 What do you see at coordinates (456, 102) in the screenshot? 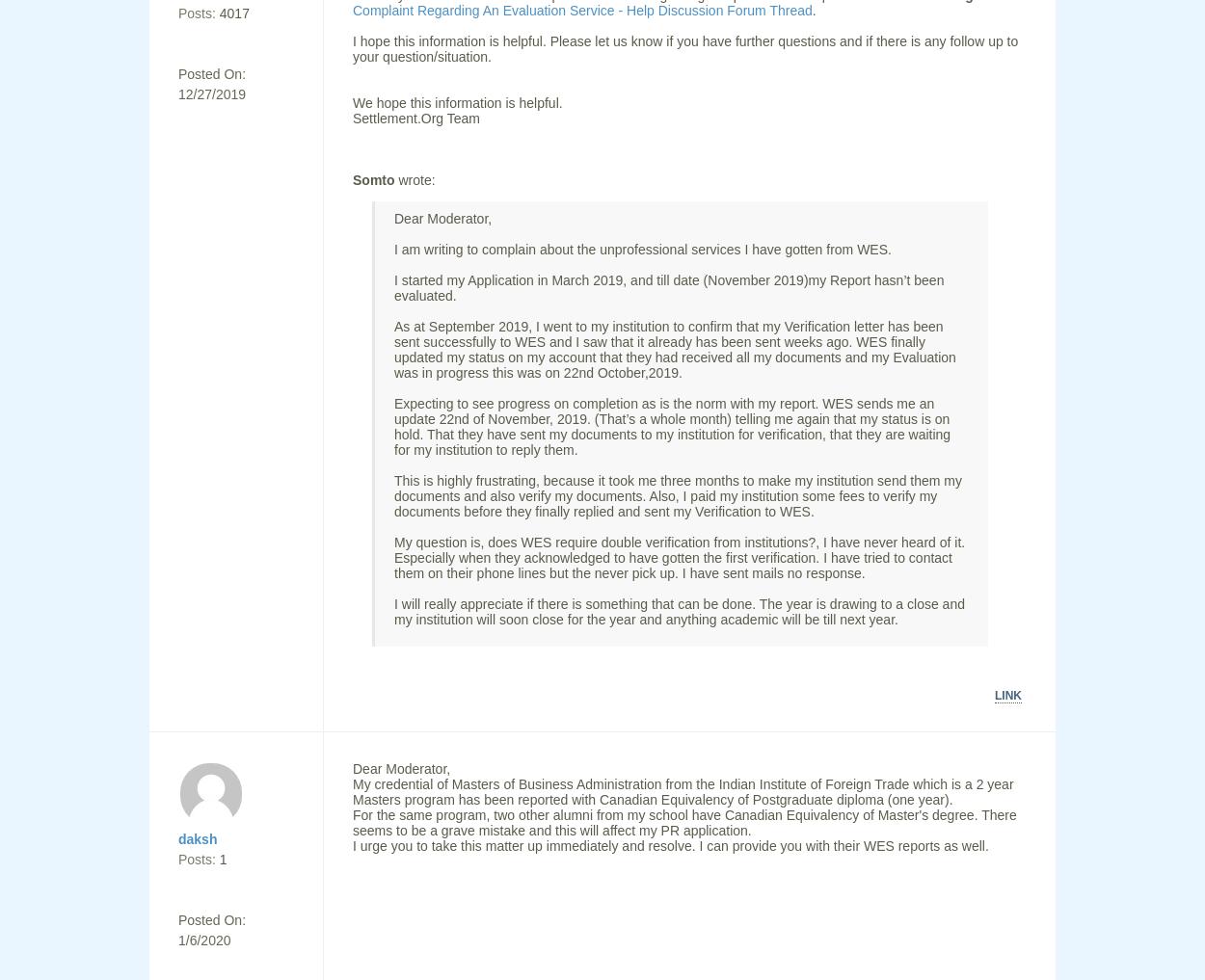
I see `'We hope this information is helpful.'` at bounding box center [456, 102].